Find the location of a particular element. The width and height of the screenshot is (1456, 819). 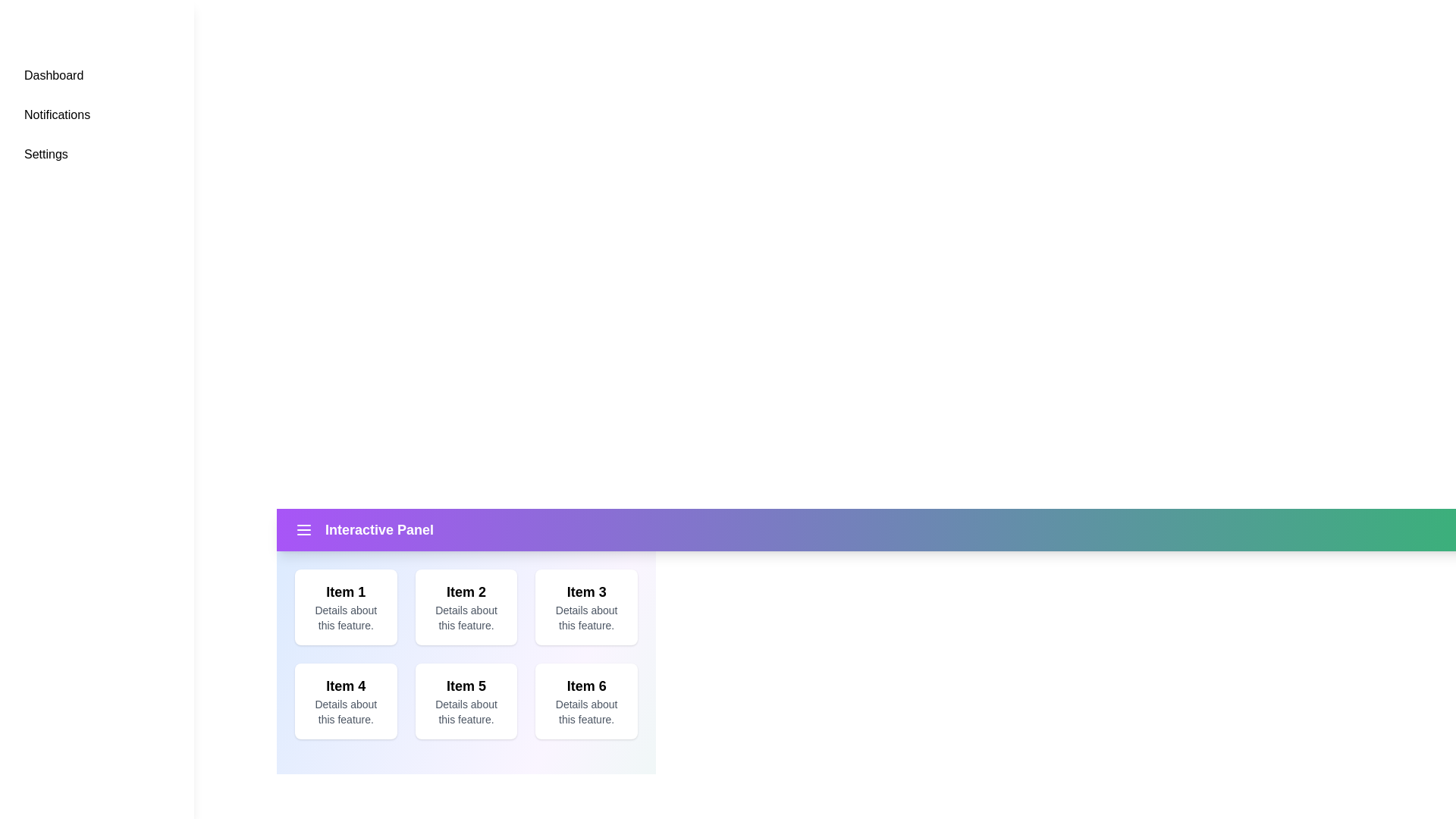

the three-line menu button located in the purple header of the Interactive Panel is located at coordinates (303, 529).